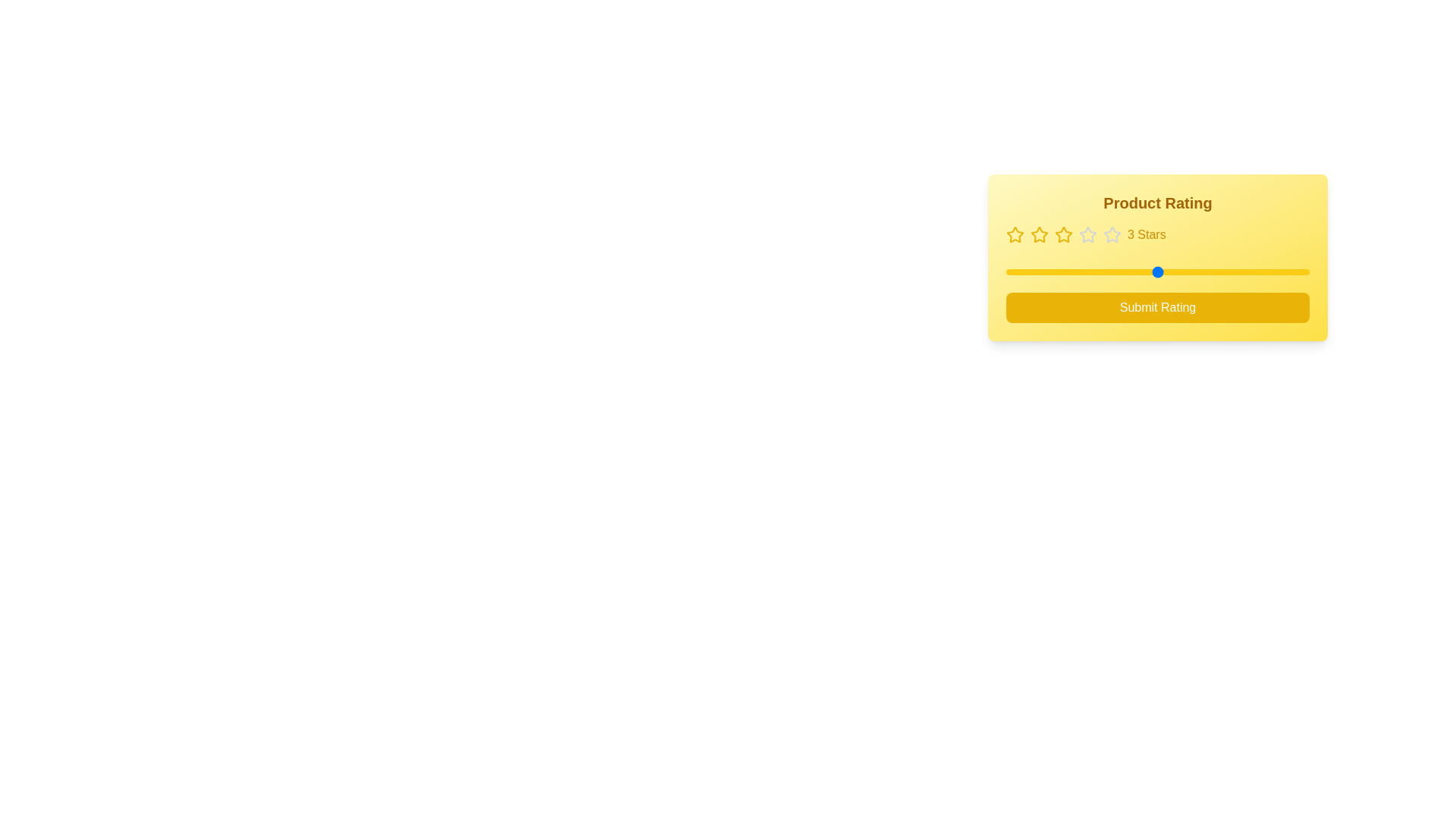 This screenshot has height=819, width=1456. Describe the element at coordinates (1062, 234) in the screenshot. I see `the third yellow star icon in the horizontal sequence used for rating, located within the '3 Stars' section` at that location.